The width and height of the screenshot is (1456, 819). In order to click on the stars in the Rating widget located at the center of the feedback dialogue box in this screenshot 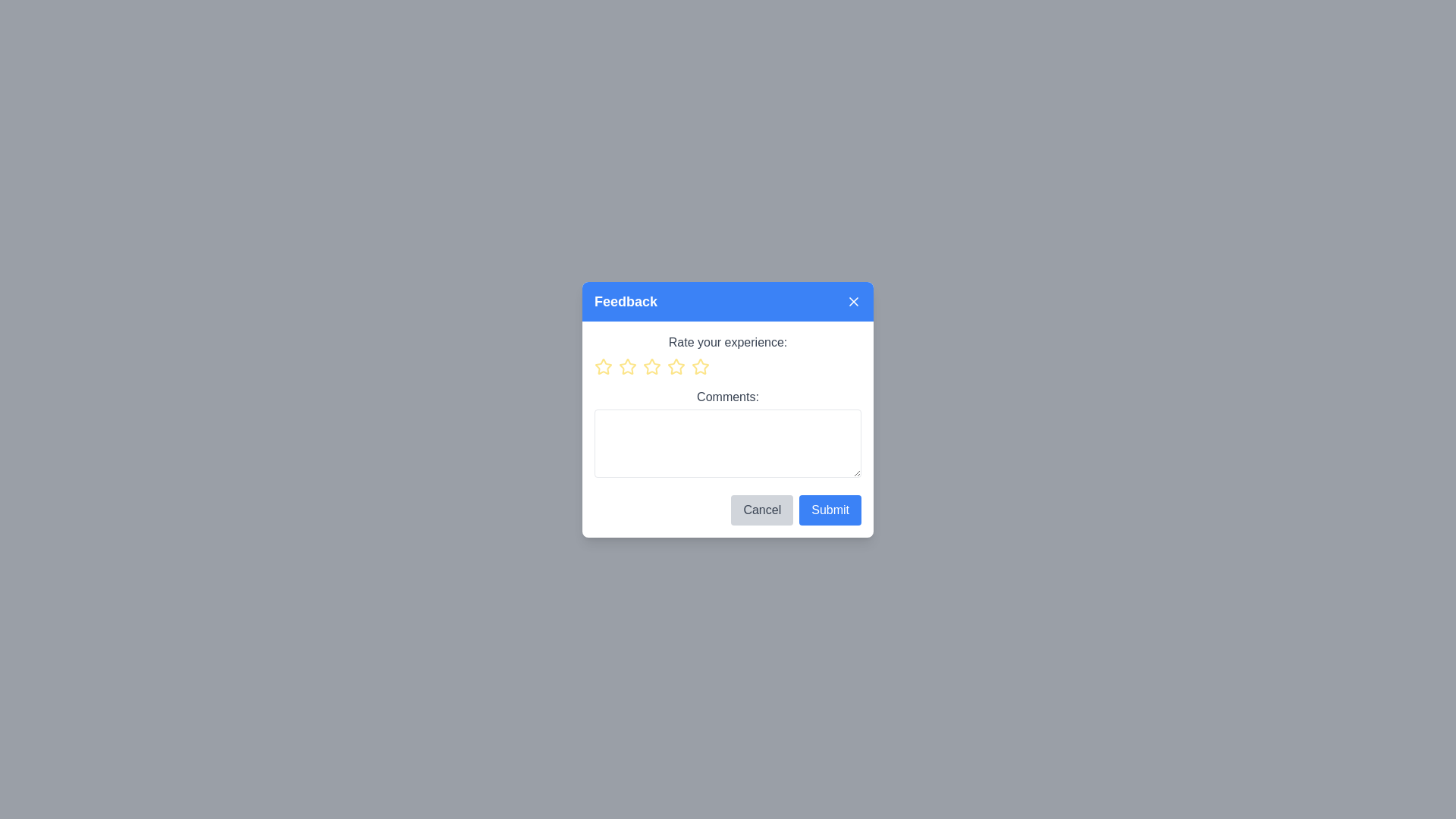, I will do `click(728, 366)`.